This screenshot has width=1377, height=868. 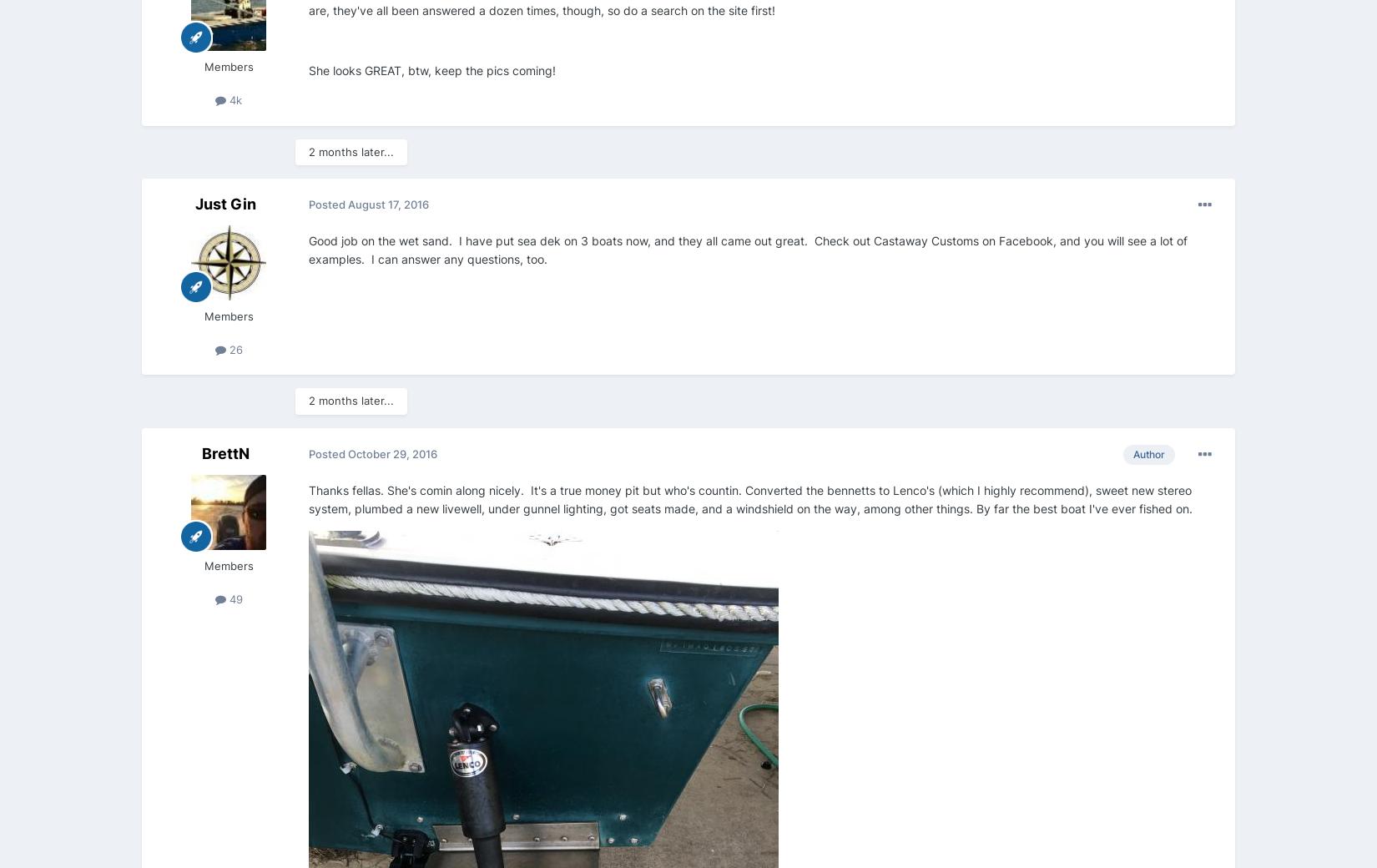 What do you see at coordinates (391, 453) in the screenshot?
I see `'October 29, 2016'` at bounding box center [391, 453].